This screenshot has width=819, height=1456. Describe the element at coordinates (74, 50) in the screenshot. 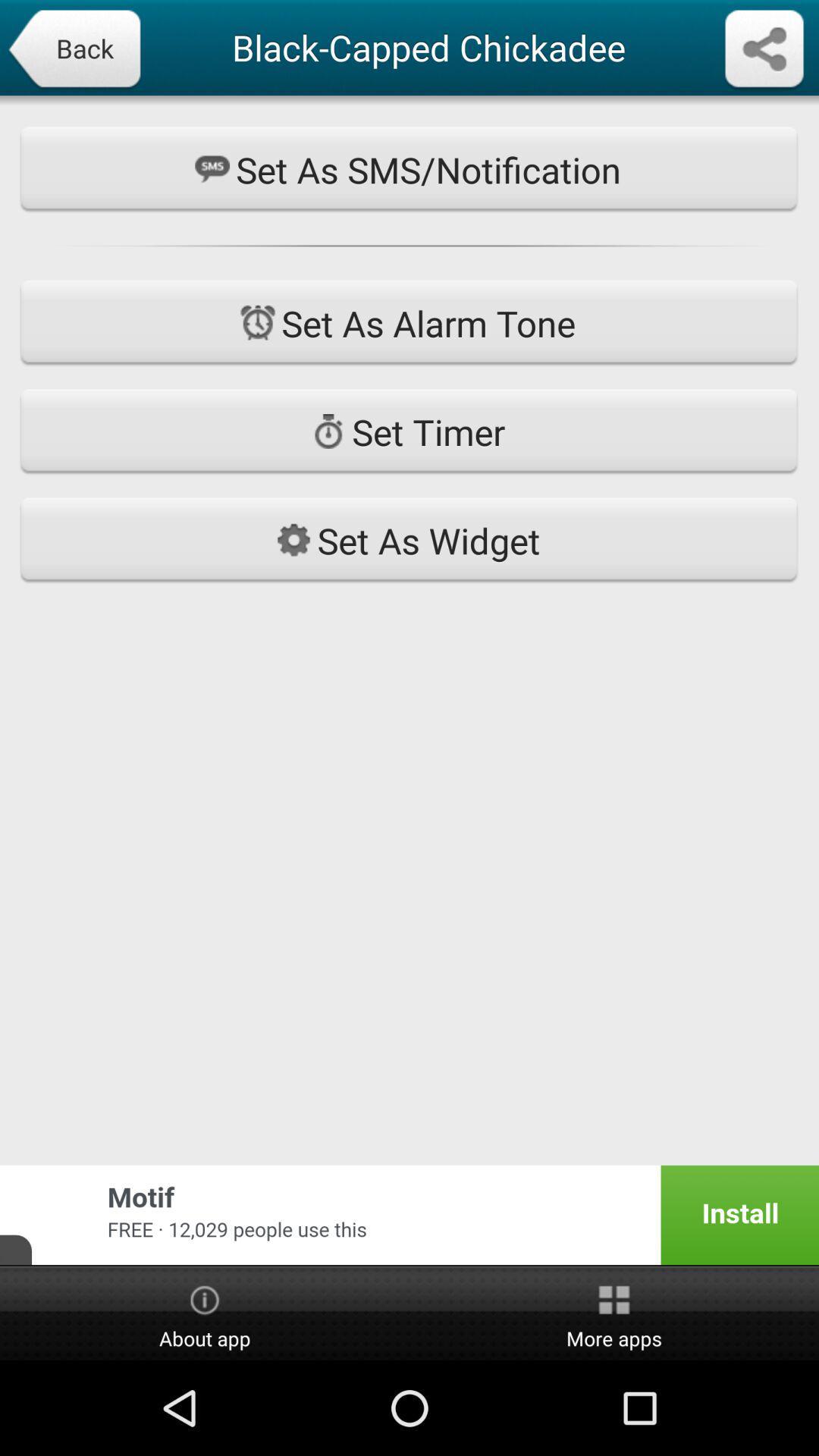

I see `back icon` at that location.